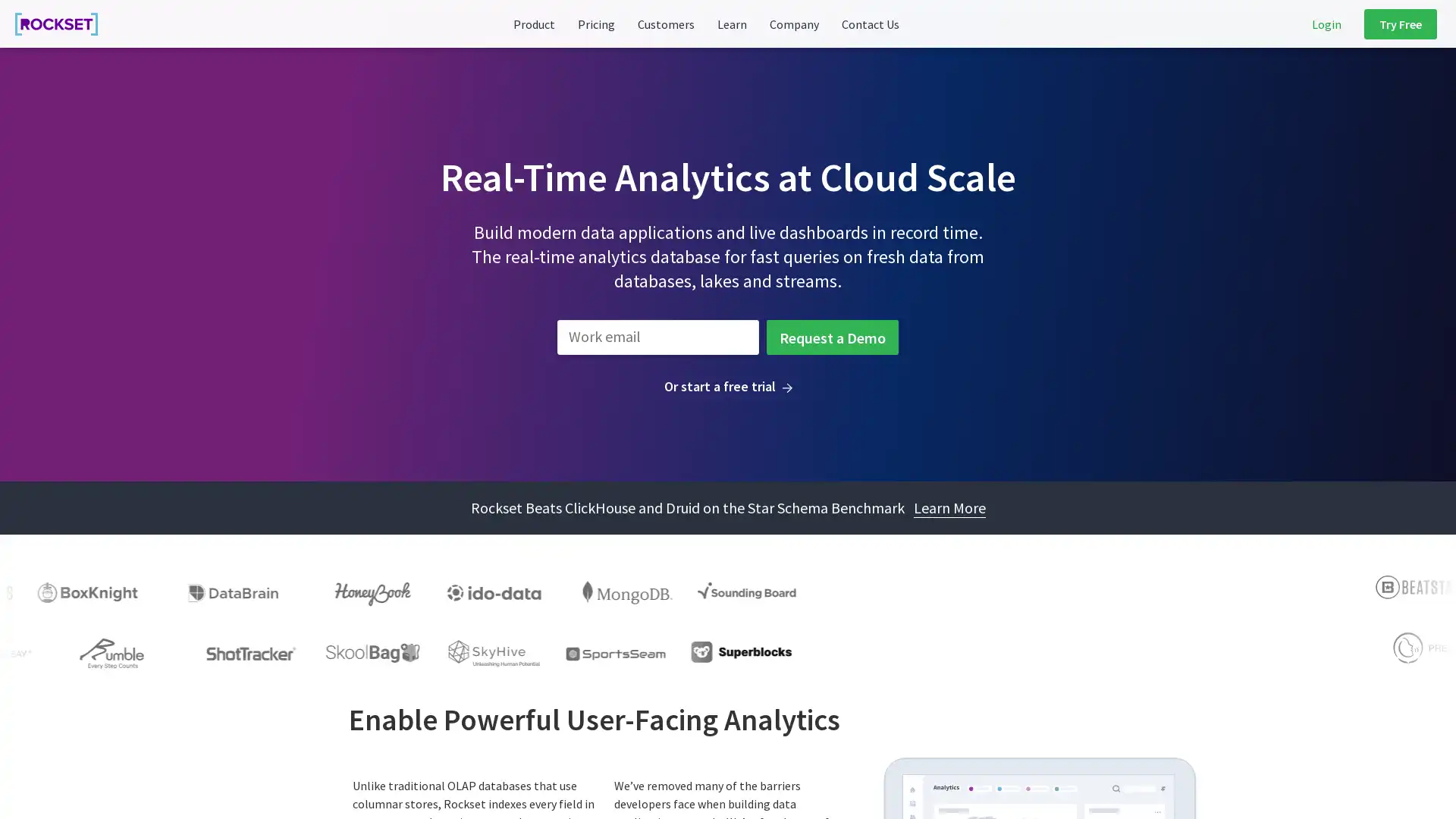 This screenshot has height=819, width=1456. What do you see at coordinates (1400, 23) in the screenshot?
I see `Try Free` at bounding box center [1400, 23].